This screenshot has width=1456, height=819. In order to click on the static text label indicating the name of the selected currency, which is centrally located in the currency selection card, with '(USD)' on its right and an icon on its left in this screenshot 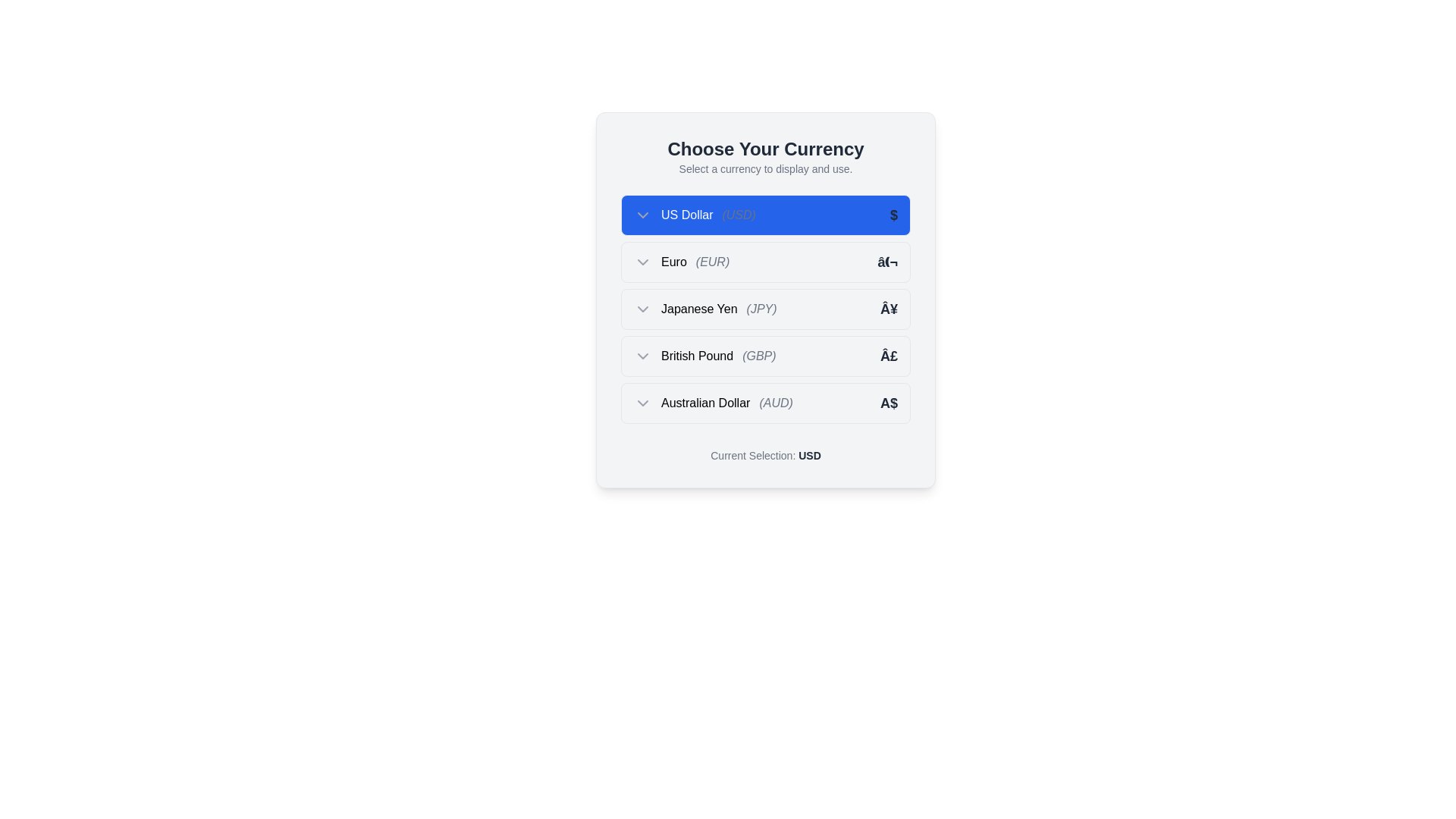, I will do `click(686, 215)`.